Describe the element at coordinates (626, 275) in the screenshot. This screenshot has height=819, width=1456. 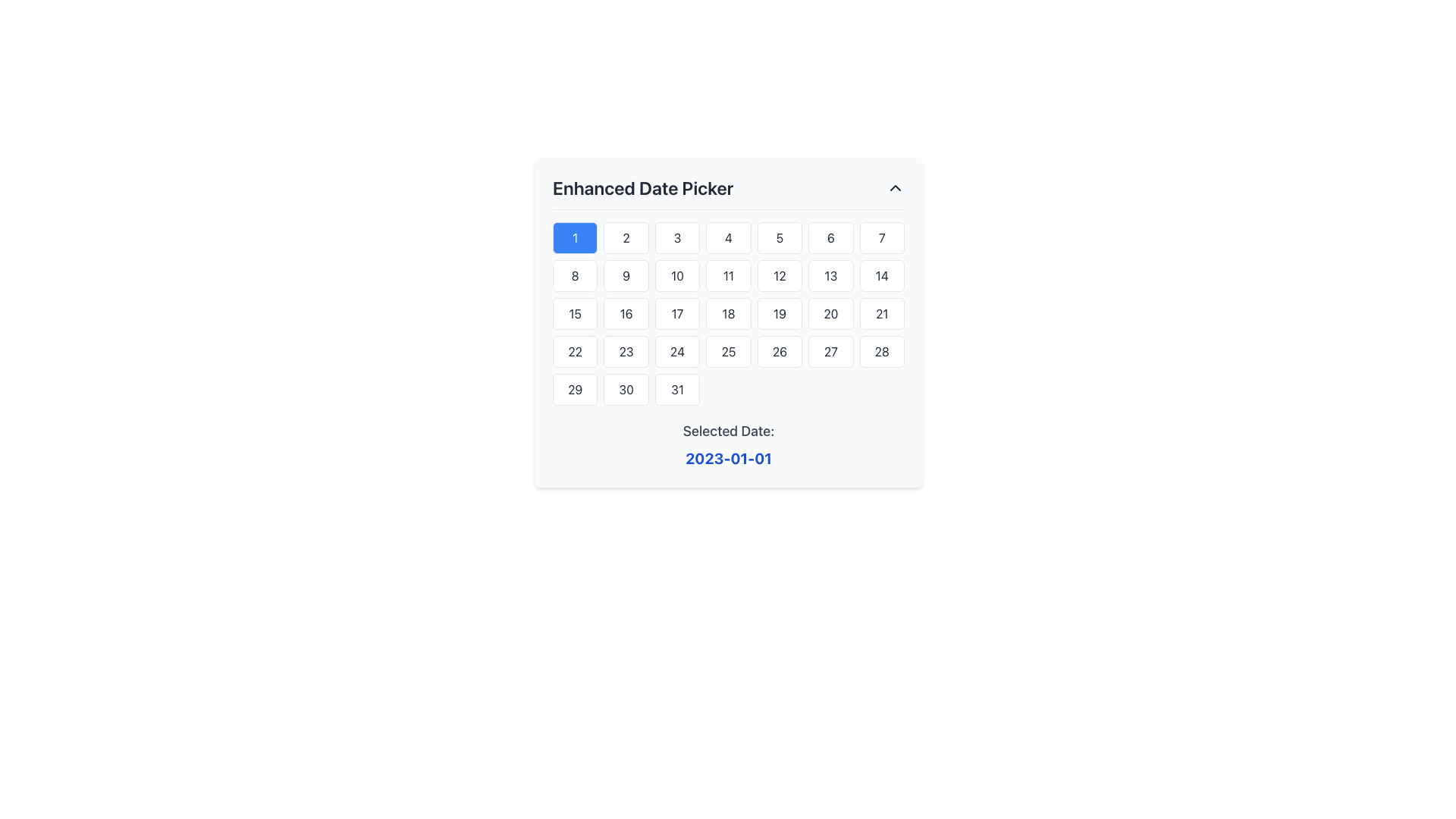
I see `the button displaying the number '9', which is located in the second row and second column of the grid layout in the Enhanced Date Picker` at that location.